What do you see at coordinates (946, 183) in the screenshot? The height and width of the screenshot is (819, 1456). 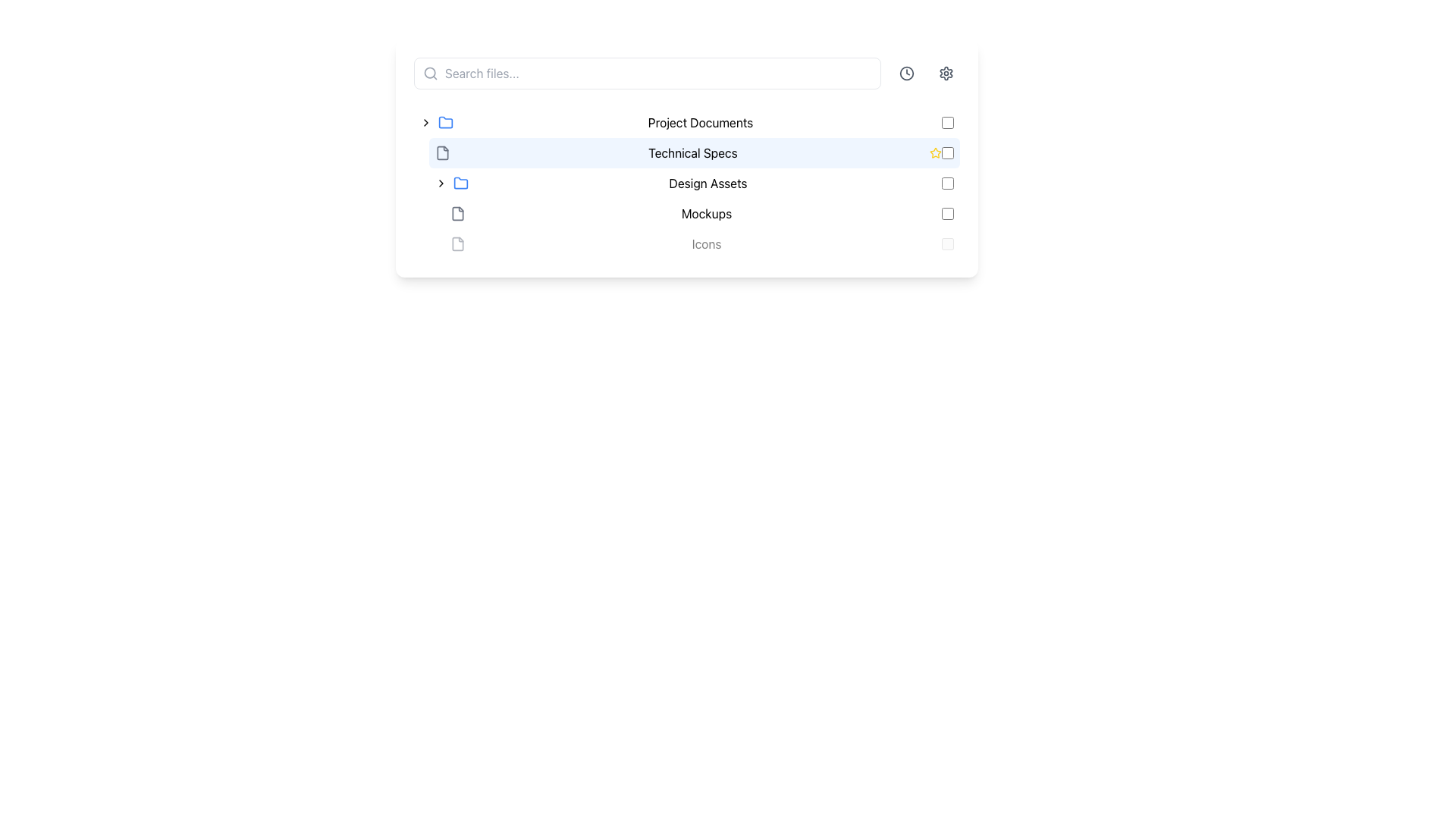 I see `the checkbox located to the far-right of the 'Design Assets' row` at bounding box center [946, 183].